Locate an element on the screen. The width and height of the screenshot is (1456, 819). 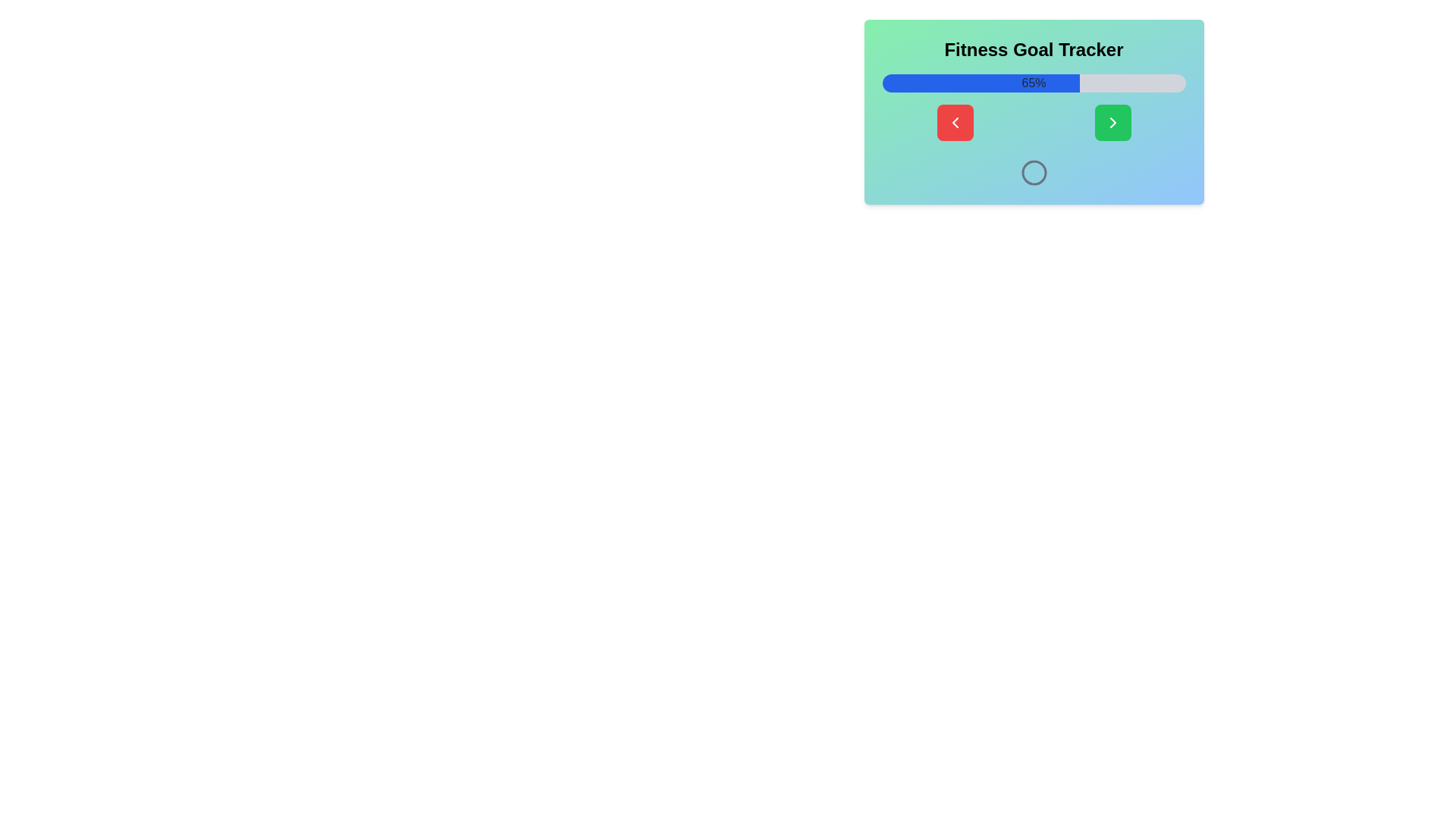
the progress bar that visually represents a 65% completion of a task, located below the title 'Fitness Goal Tracker' is located at coordinates (1033, 83).